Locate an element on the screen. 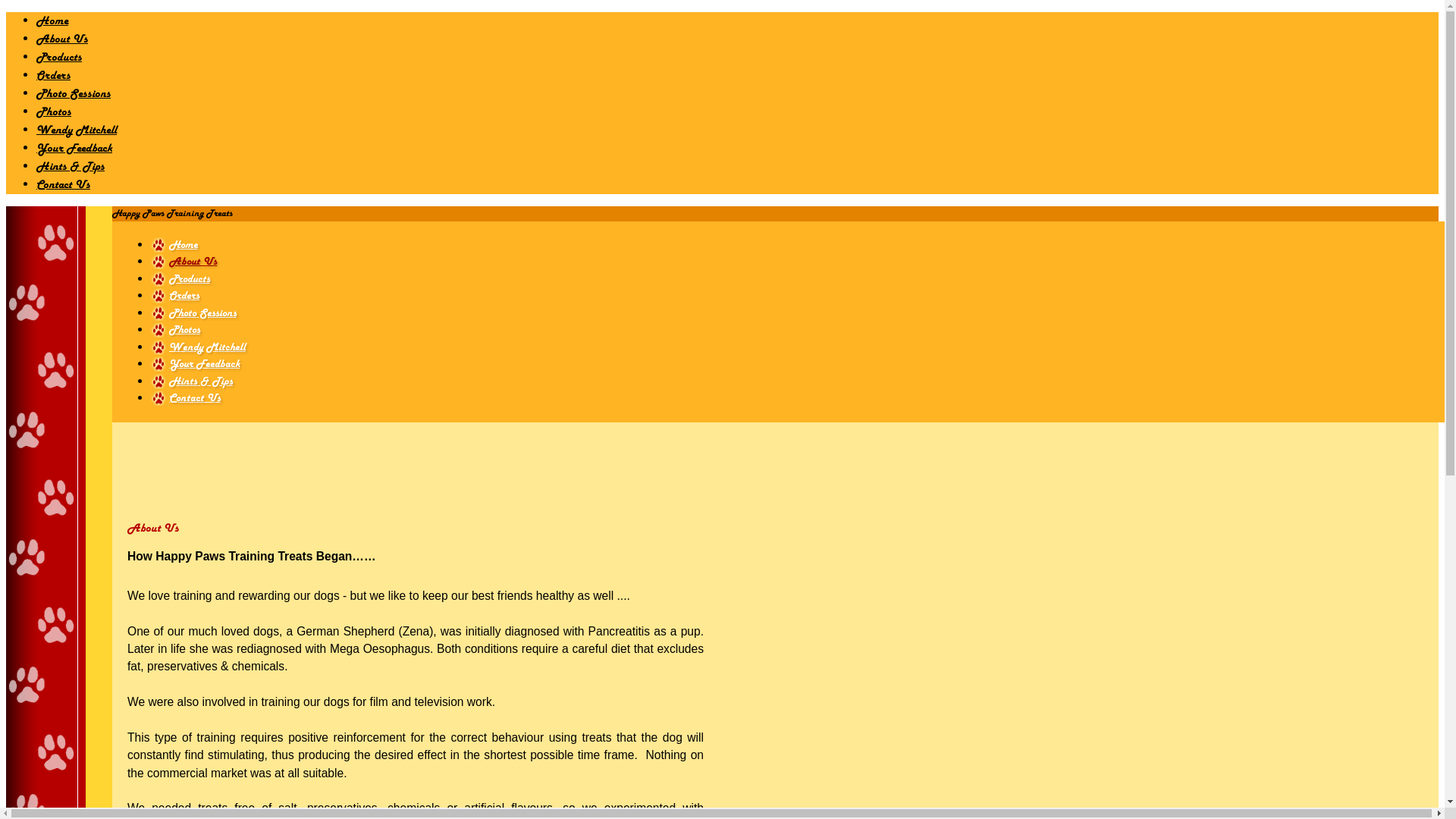  'Your Feedback' is located at coordinates (73, 148).